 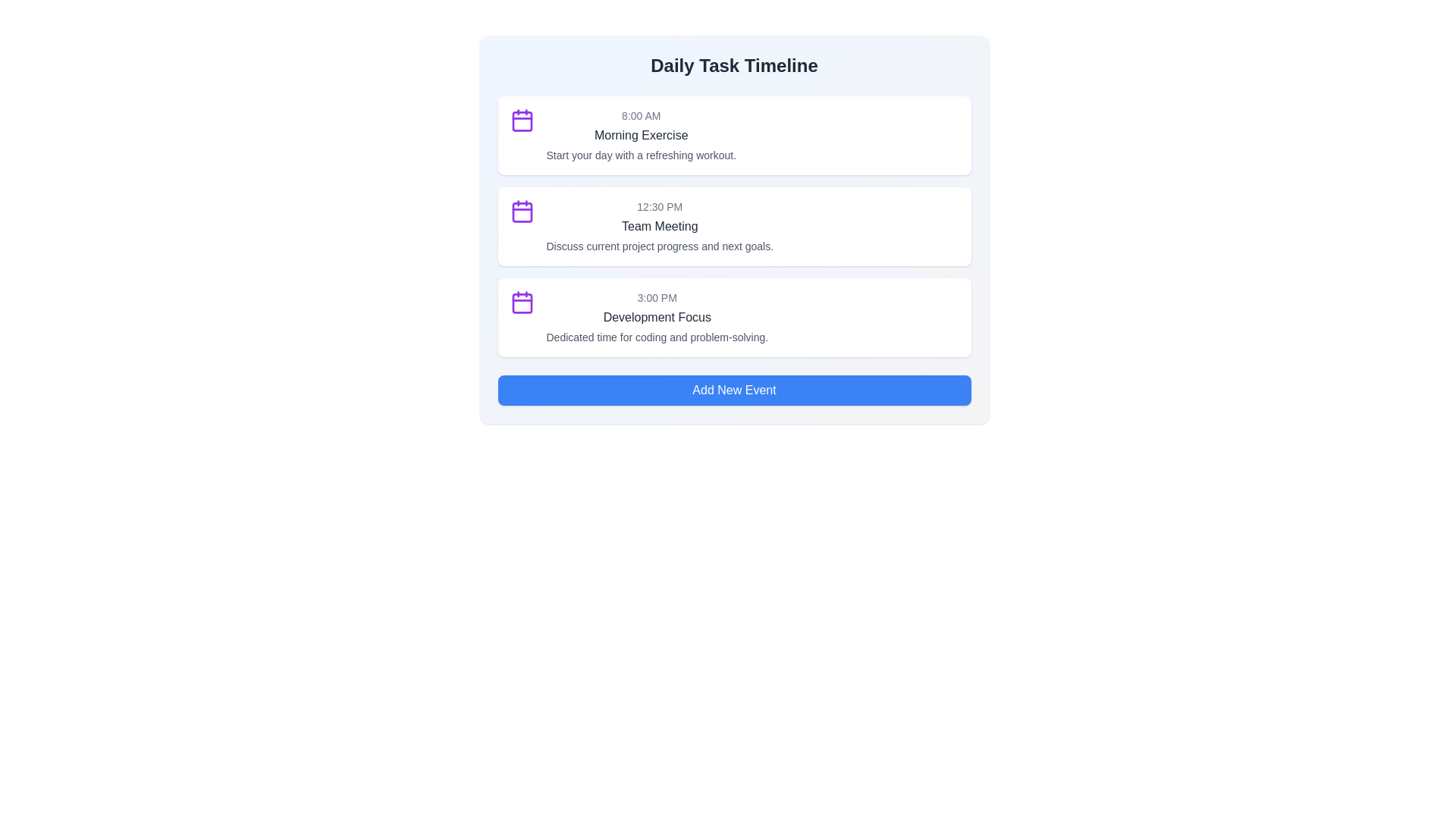 What do you see at coordinates (522, 211) in the screenshot?
I see `the scheduled meeting icon for the task card labeled '12:30 PM - Team Meeting', located at the top-left corner of the card` at bounding box center [522, 211].